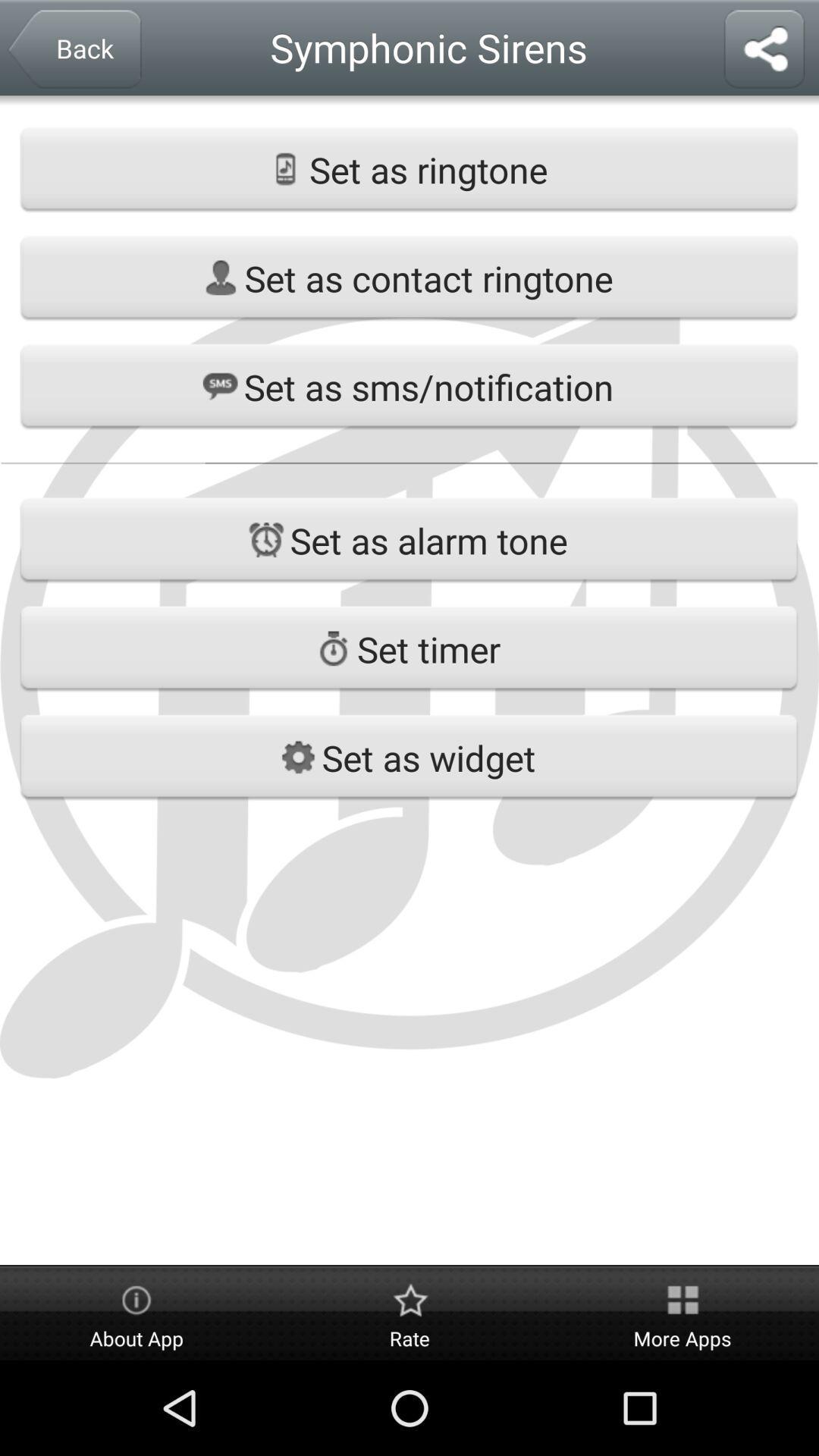 The image size is (819, 1456). What do you see at coordinates (286, 168) in the screenshot?
I see `the icon which is left side of the set as ringtone` at bounding box center [286, 168].